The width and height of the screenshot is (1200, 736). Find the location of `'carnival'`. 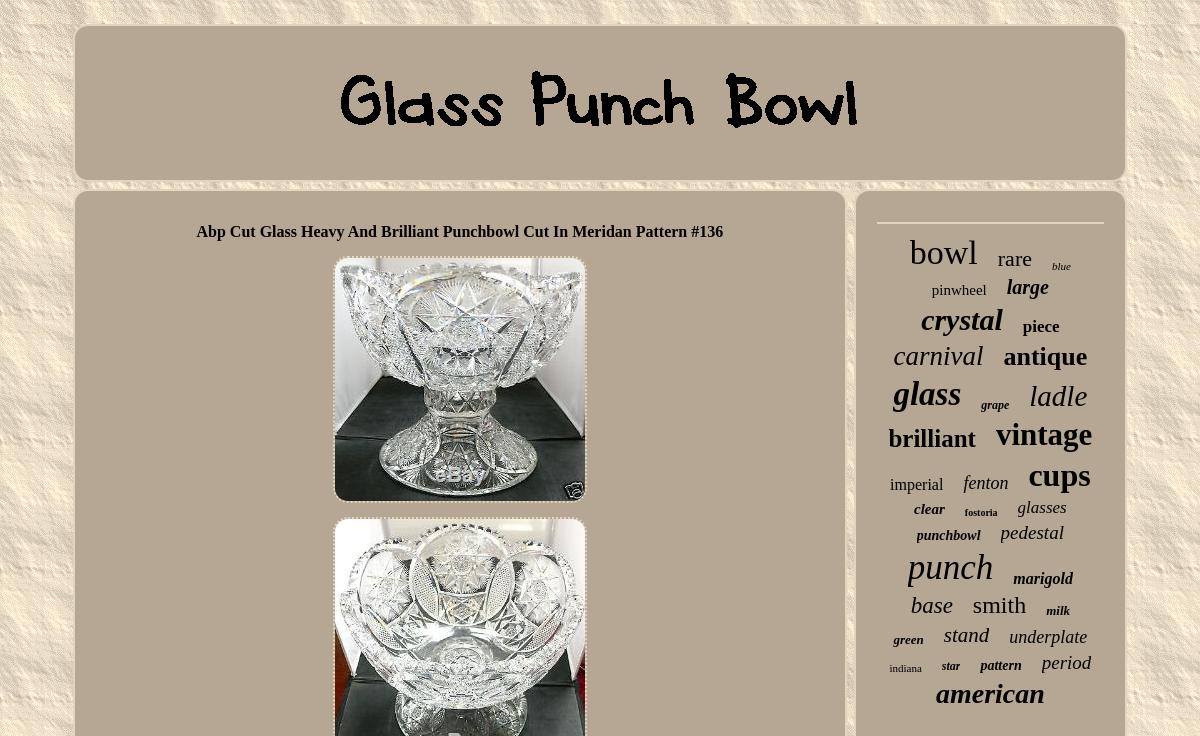

'carnival' is located at coordinates (938, 356).